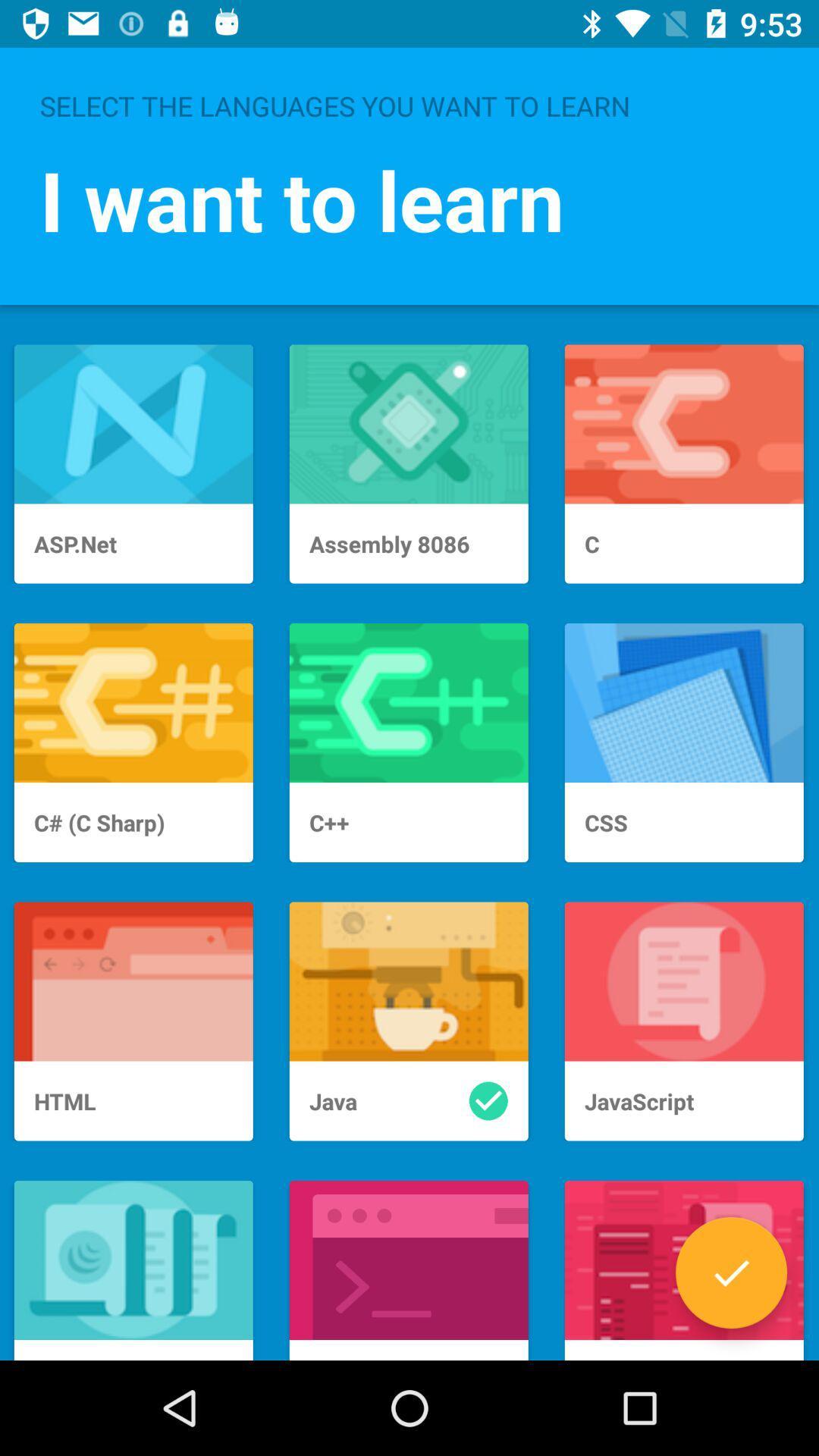 Image resolution: width=819 pixels, height=1456 pixels. I want to click on language, so click(730, 1272).